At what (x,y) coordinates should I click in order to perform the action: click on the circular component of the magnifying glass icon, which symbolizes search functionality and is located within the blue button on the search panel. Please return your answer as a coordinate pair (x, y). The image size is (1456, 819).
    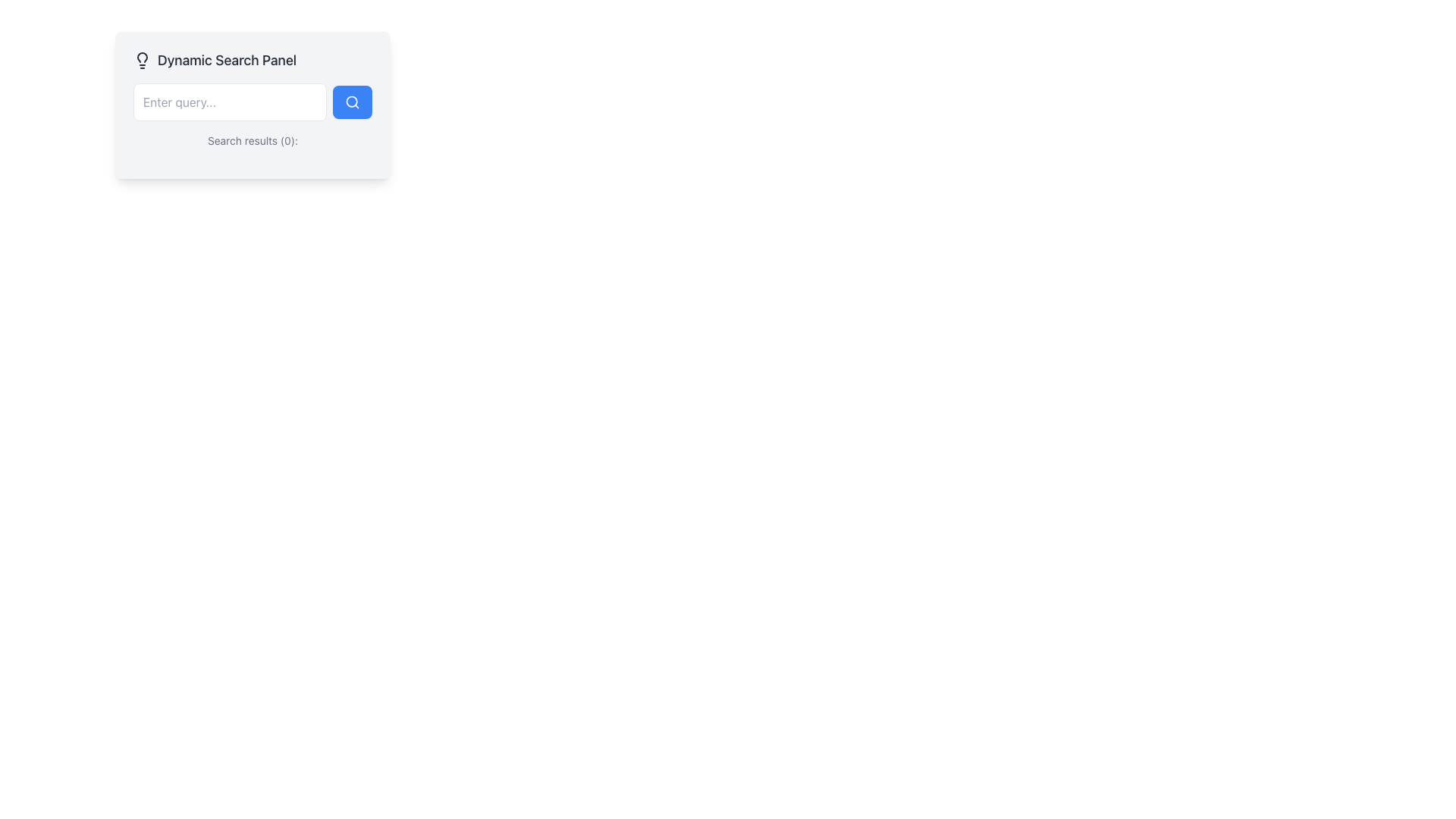
    Looking at the image, I should click on (351, 102).